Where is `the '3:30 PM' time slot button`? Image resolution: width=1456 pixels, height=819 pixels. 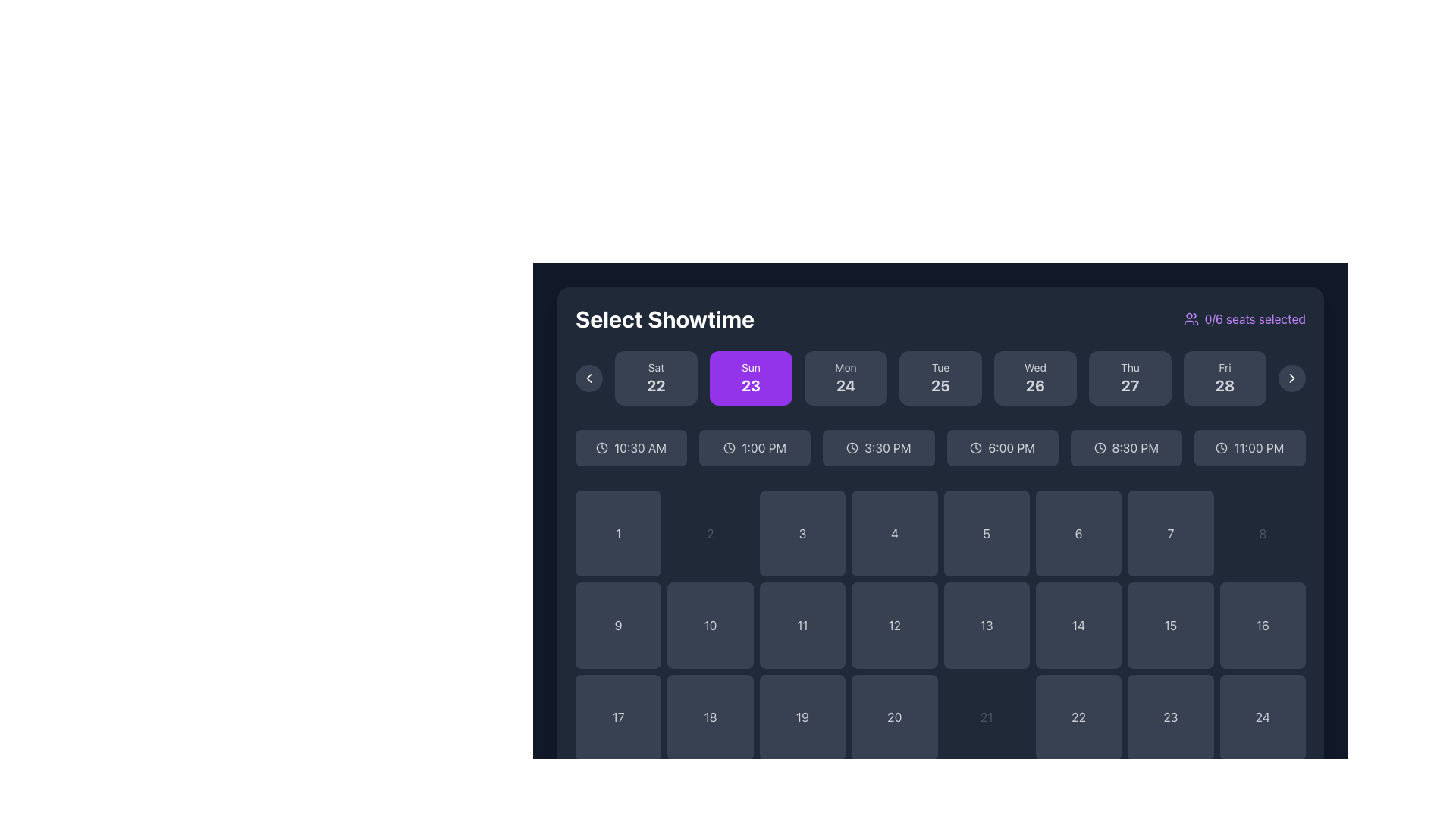 the '3:30 PM' time slot button is located at coordinates (887, 447).